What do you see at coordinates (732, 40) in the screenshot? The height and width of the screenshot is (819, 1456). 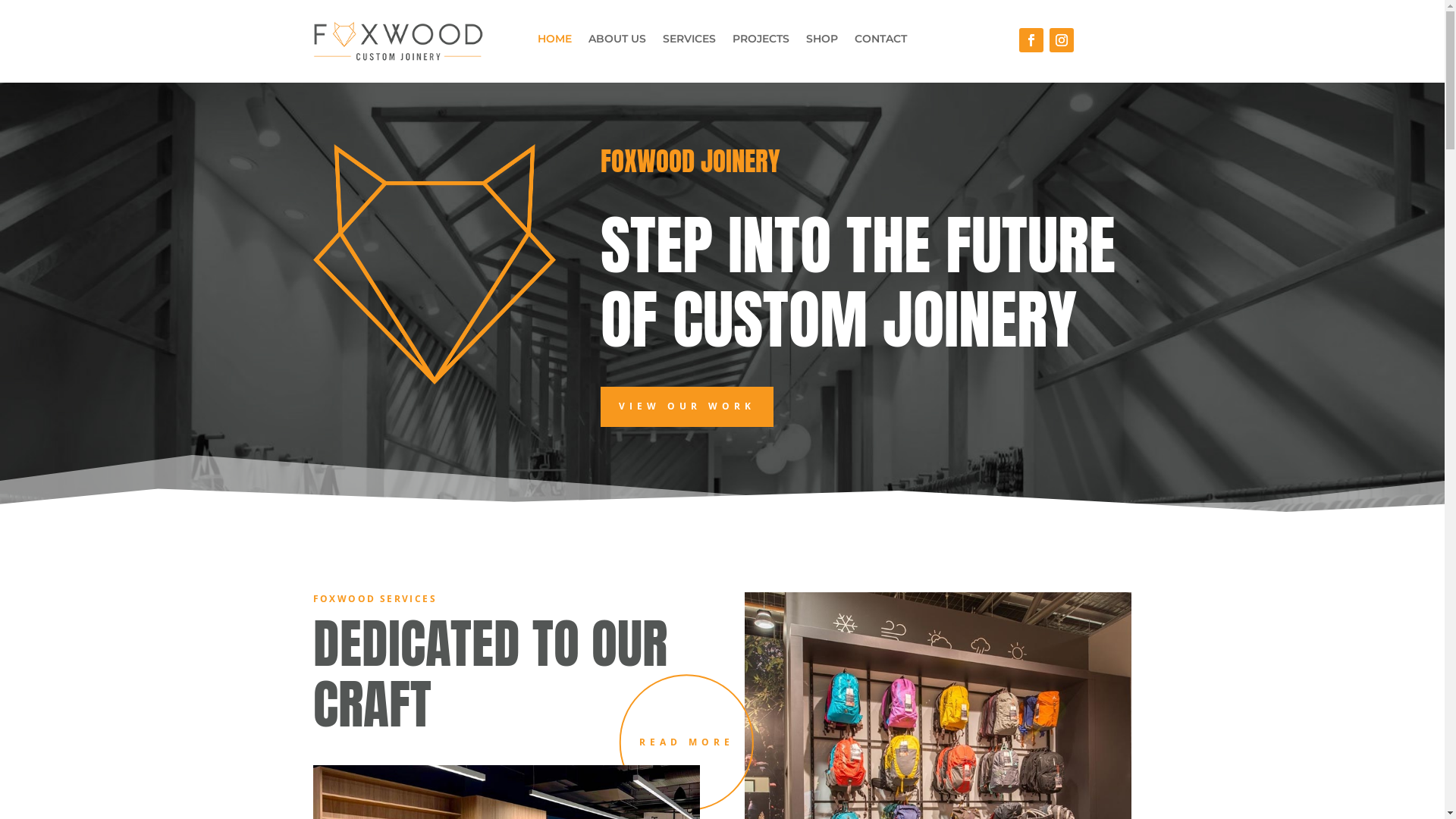 I see `'PROJECTS'` at bounding box center [732, 40].